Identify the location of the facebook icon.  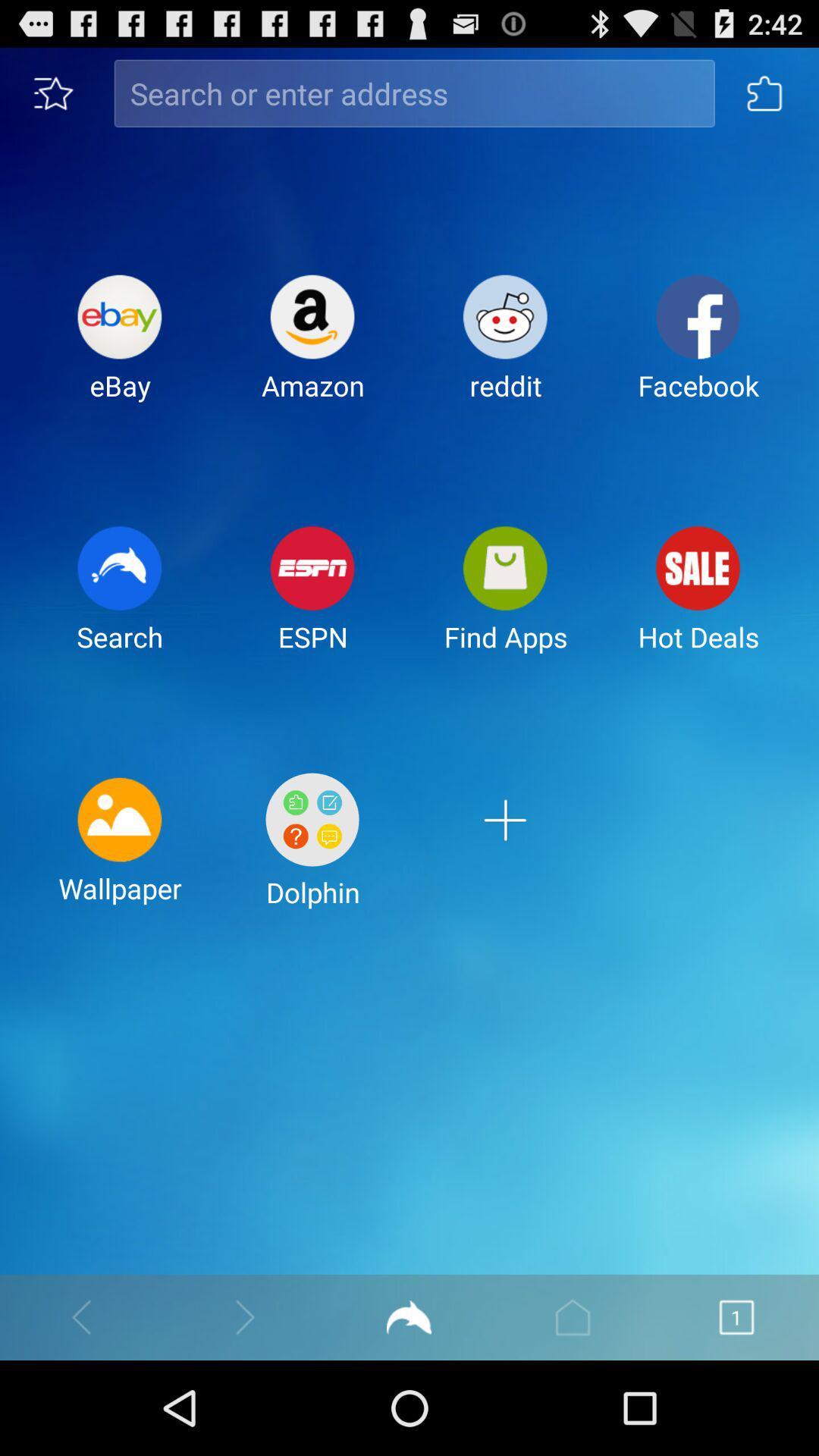
(698, 375).